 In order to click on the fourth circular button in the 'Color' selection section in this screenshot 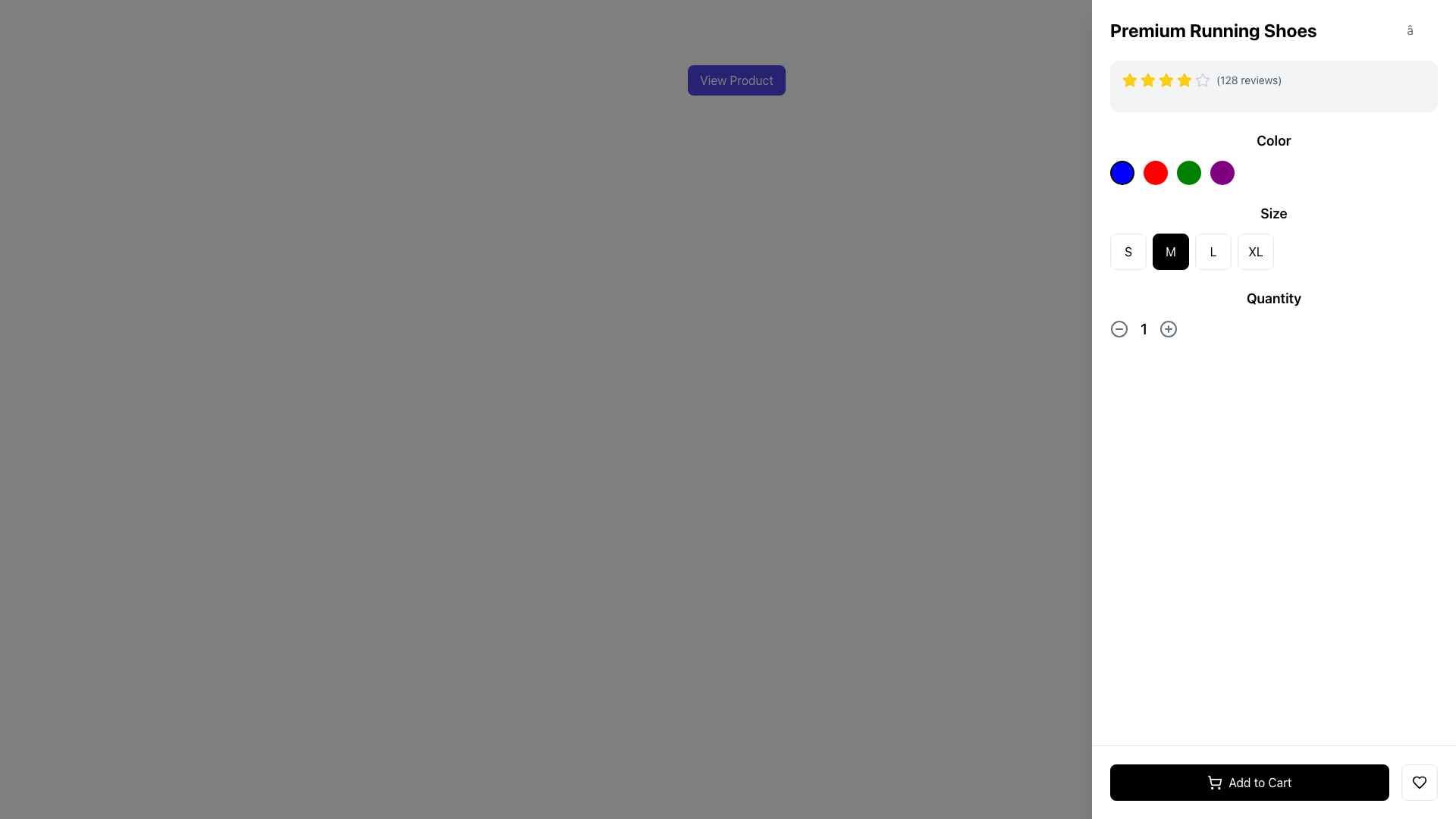, I will do `click(1222, 171)`.